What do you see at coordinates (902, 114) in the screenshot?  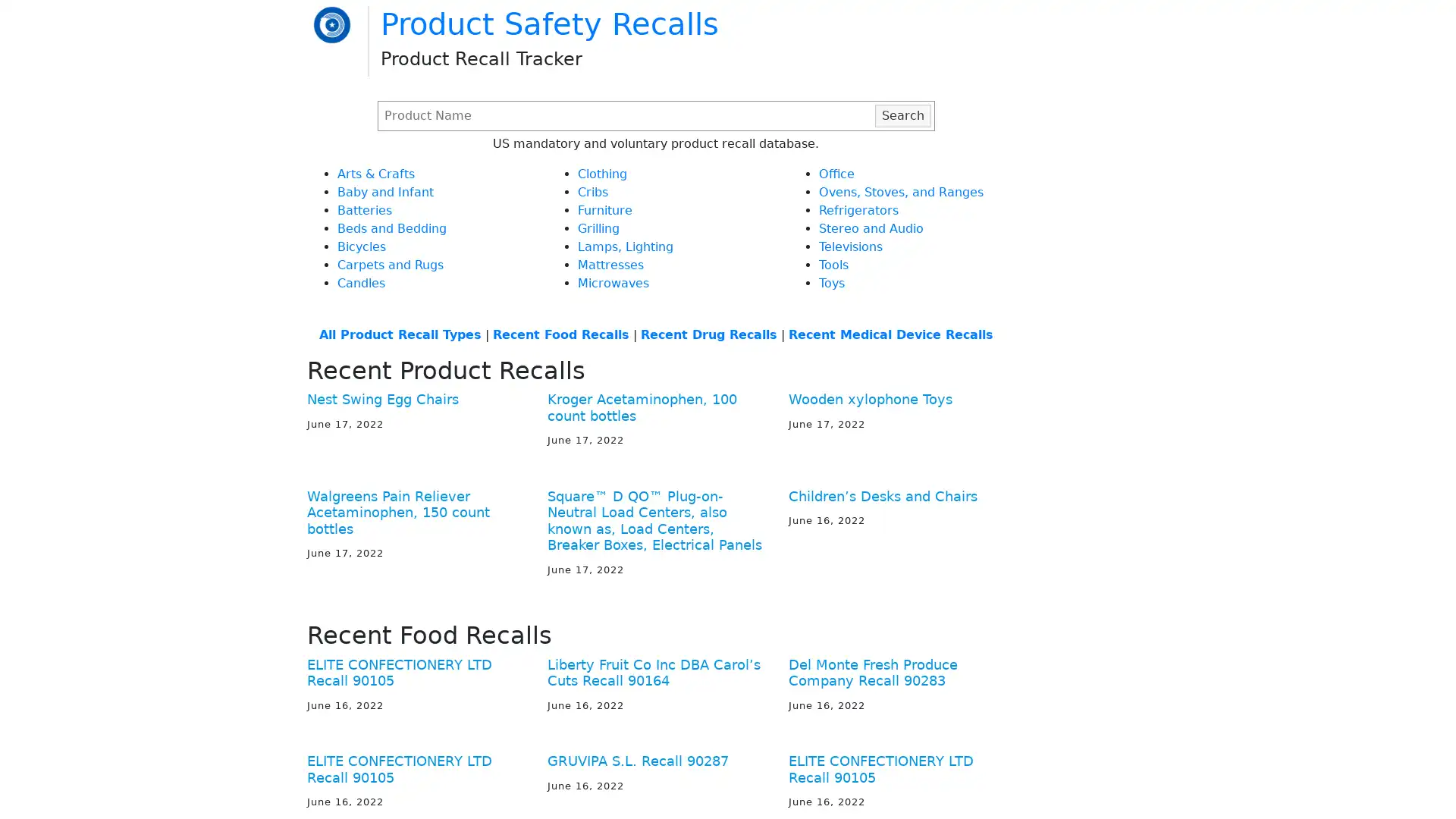 I see `Search` at bounding box center [902, 114].